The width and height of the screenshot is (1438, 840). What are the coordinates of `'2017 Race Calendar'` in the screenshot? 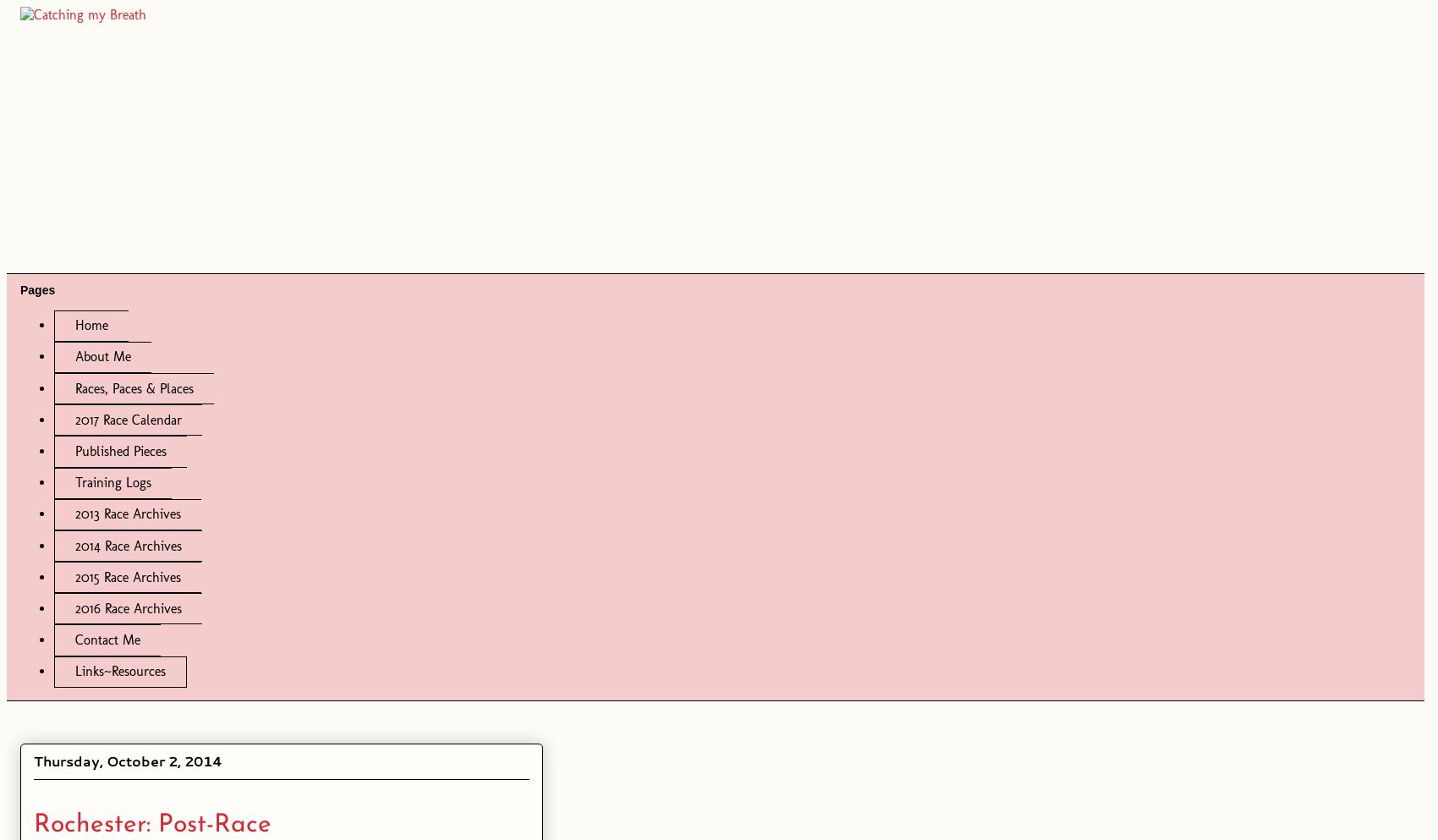 It's located at (127, 418).